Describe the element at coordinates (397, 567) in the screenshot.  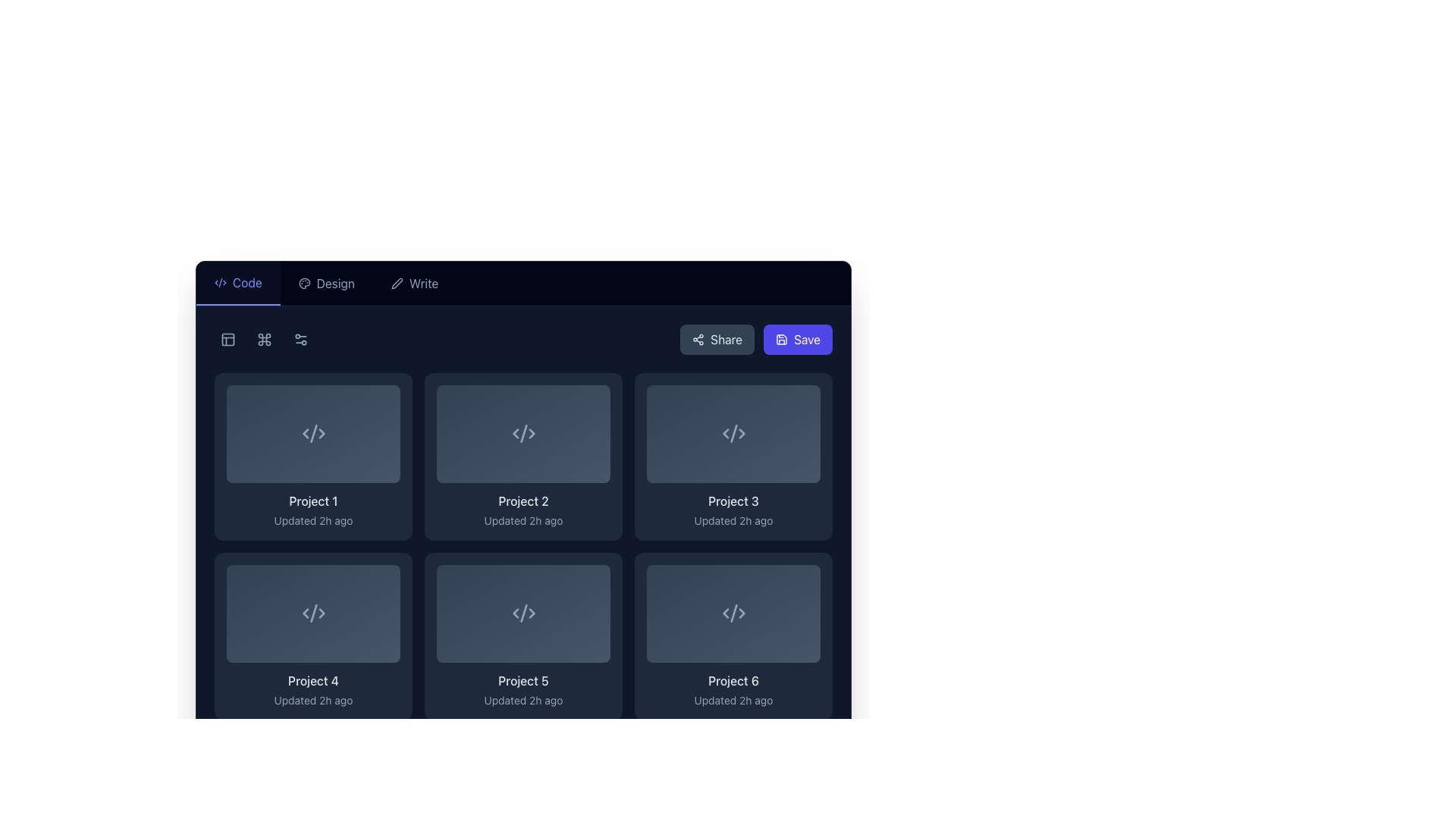
I see `the interactive utility icon located at the top-right corner of the 'Project 4' card` at that location.